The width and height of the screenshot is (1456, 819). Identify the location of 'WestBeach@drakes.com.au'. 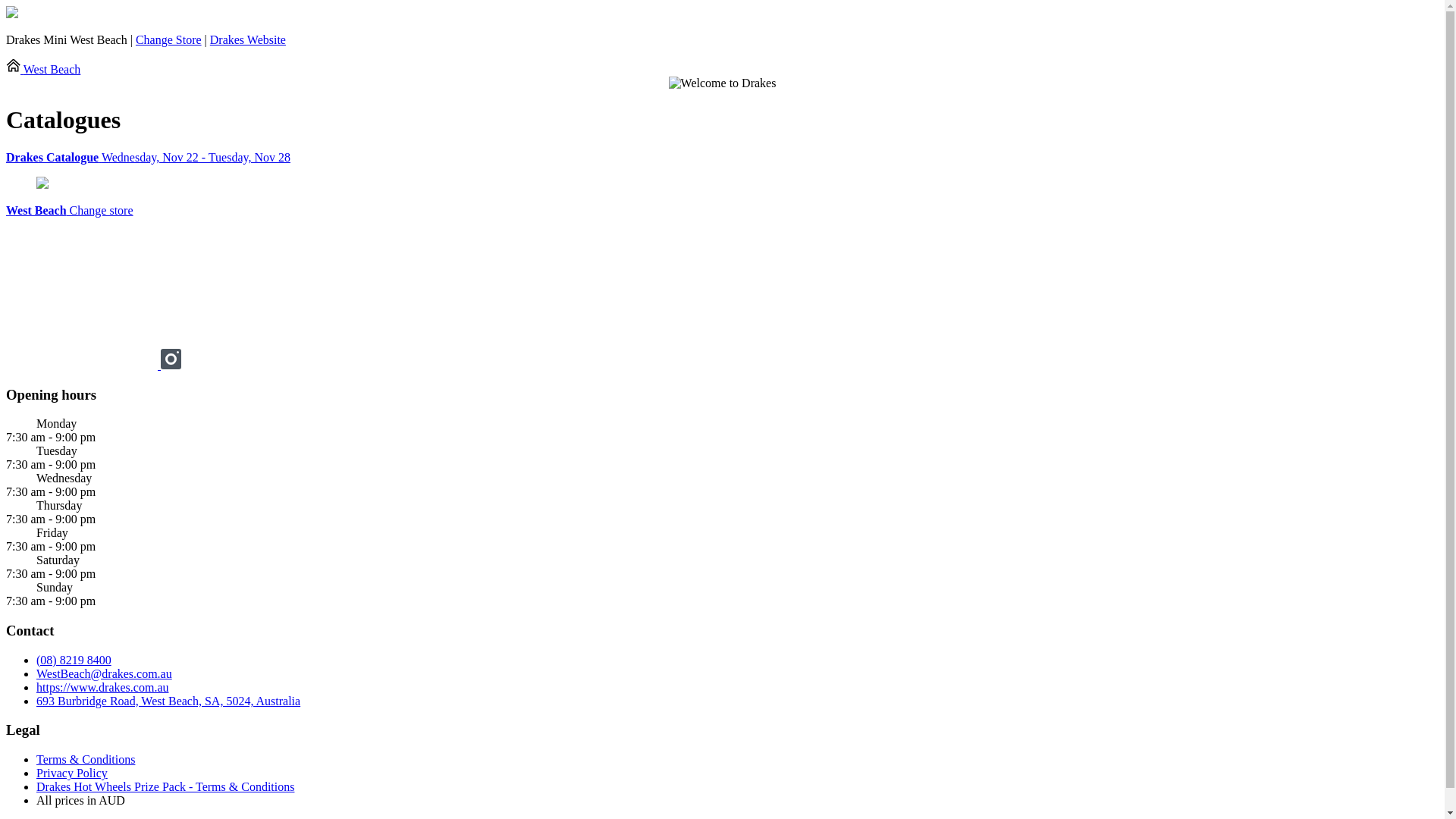
(103, 673).